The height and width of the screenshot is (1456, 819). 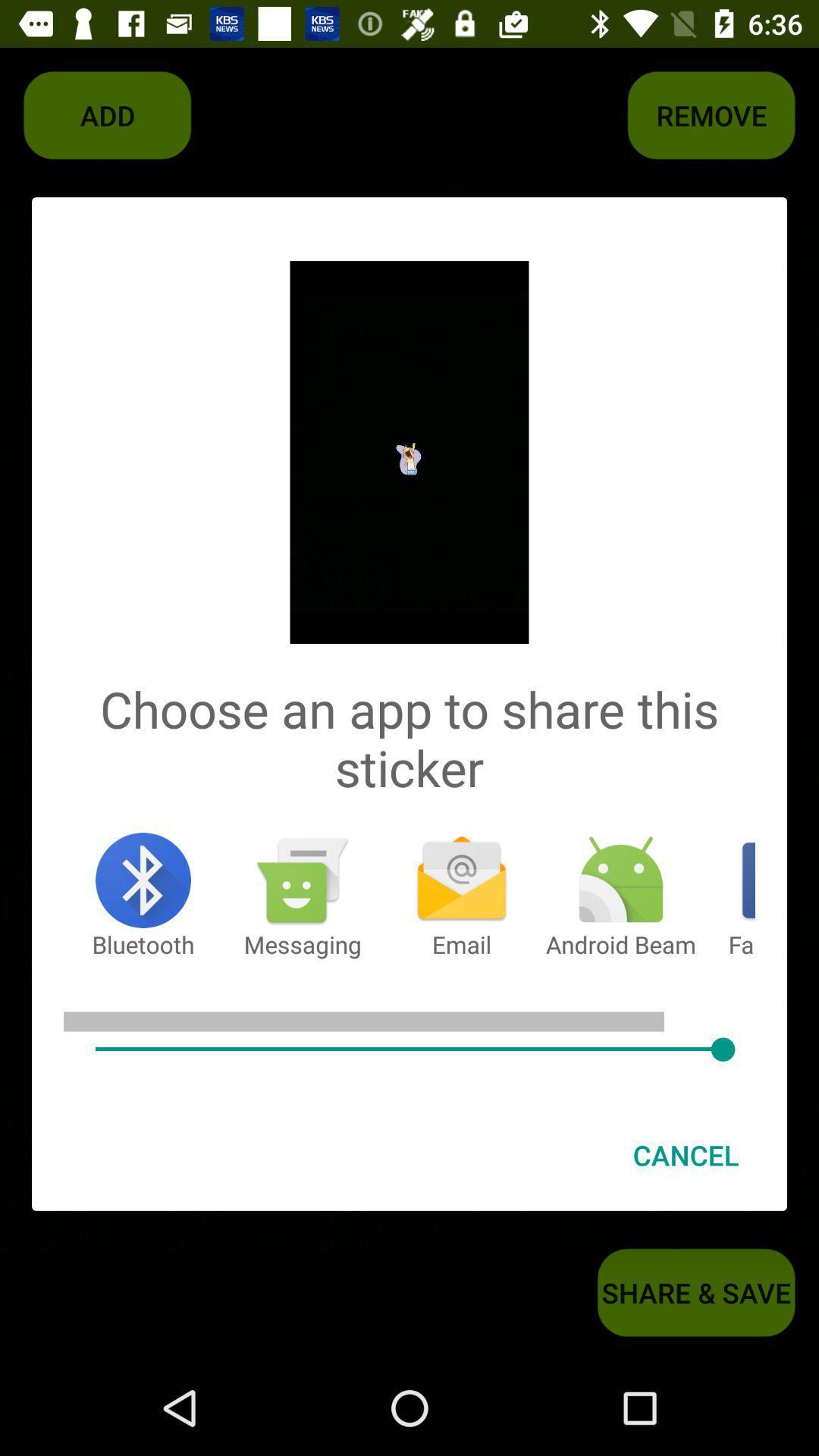 What do you see at coordinates (686, 1154) in the screenshot?
I see `the cancel at the bottom right corner` at bounding box center [686, 1154].